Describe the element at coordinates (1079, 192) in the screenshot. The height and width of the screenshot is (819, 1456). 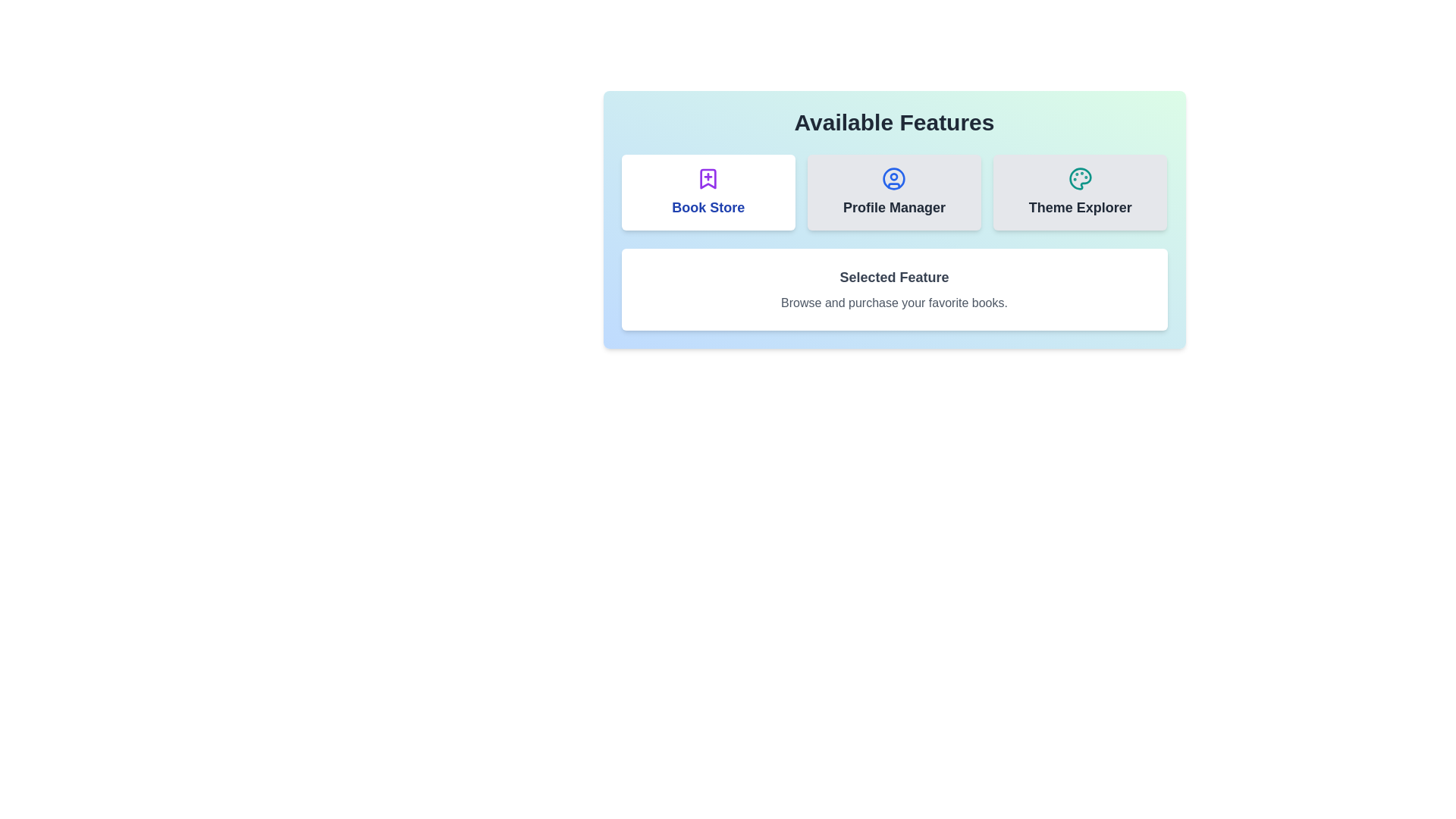
I see `the 'Theme Explorer' button, which is the last button in a row of three, featuring a grey background, a teal palette icon, and the label 'Theme Explorer' in bold, dark text` at that location.